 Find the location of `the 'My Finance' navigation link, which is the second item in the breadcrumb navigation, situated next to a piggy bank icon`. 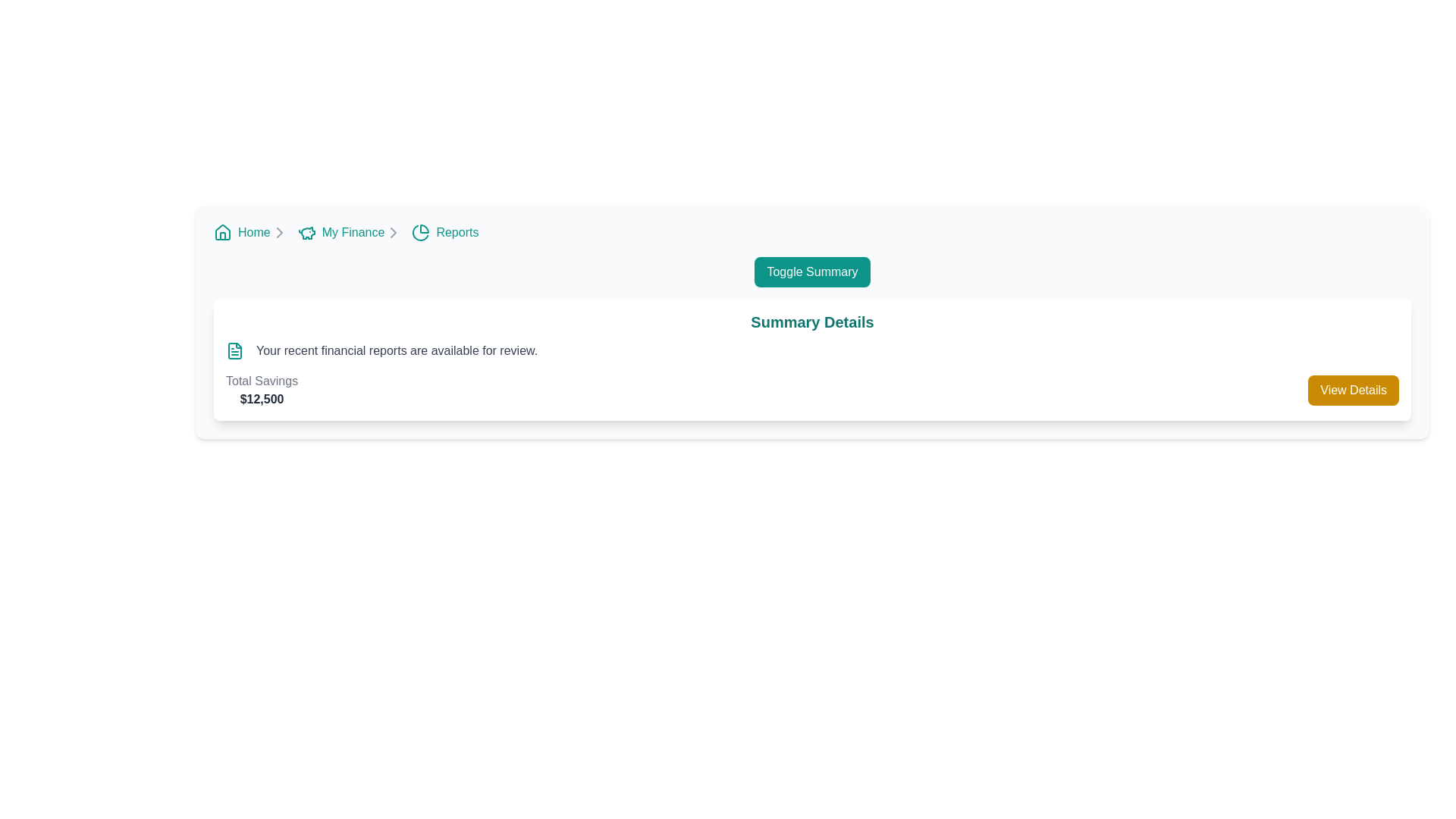

the 'My Finance' navigation link, which is the second item in the breadcrumb navigation, situated next to a piggy bank icon is located at coordinates (352, 233).